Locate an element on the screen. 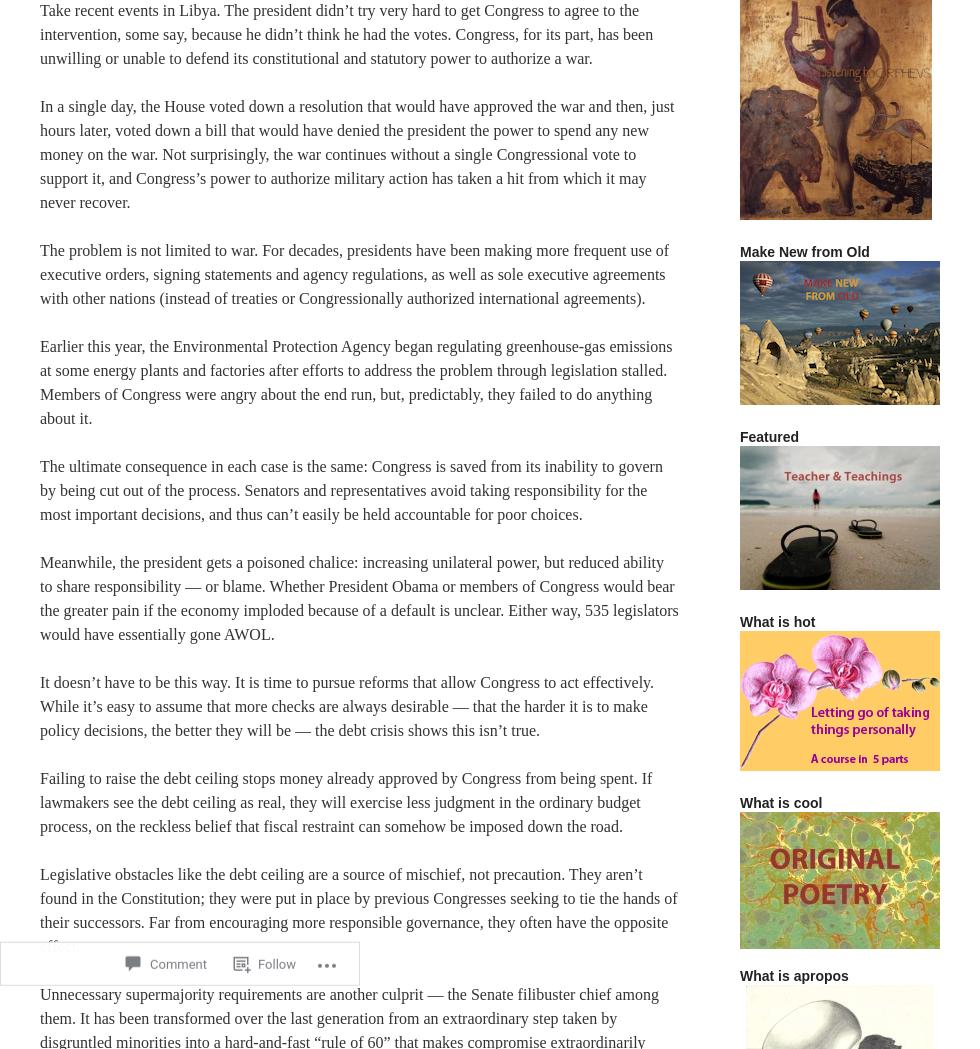 This screenshot has height=1049, width=980. 'Make New from Old' is located at coordinates (804, 250).